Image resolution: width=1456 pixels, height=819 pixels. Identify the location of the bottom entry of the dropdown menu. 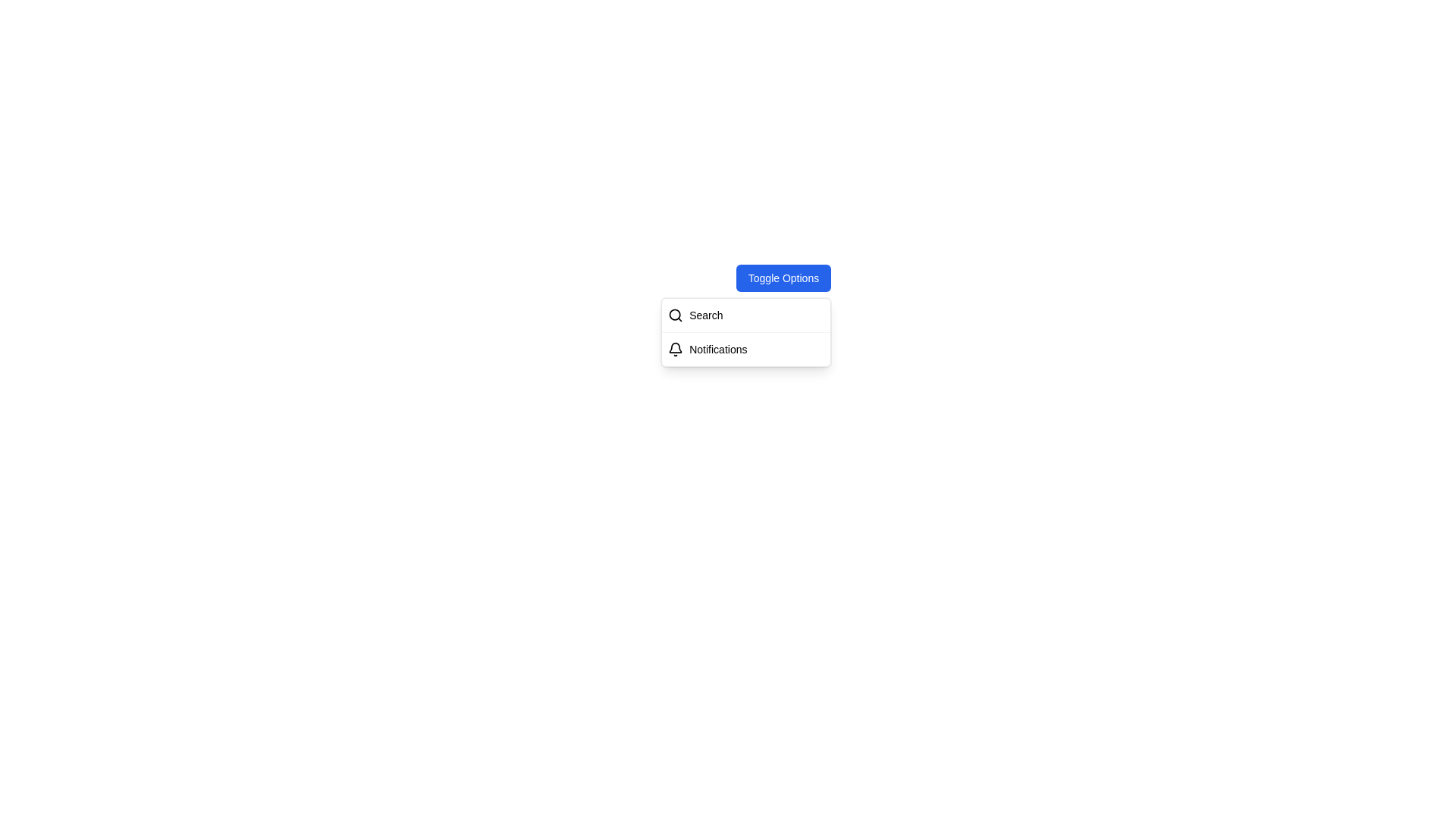
(746, 349).